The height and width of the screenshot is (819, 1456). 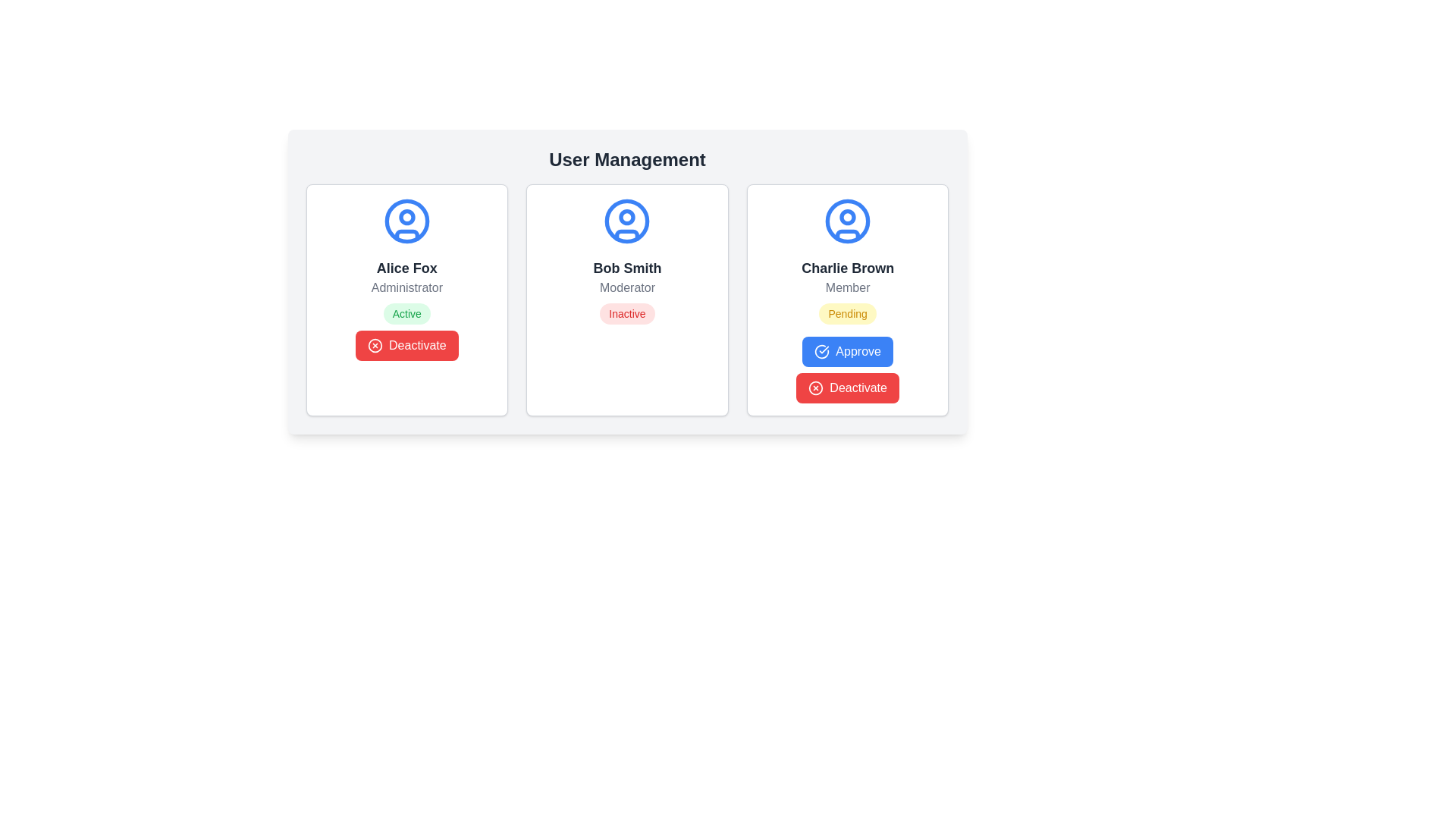 I want to click on the text label indicating the user's role as 'Member' in the profile card for 'Charlie Brown', which is located below the name and aligns with other role labels, so click(x=847, y=288).